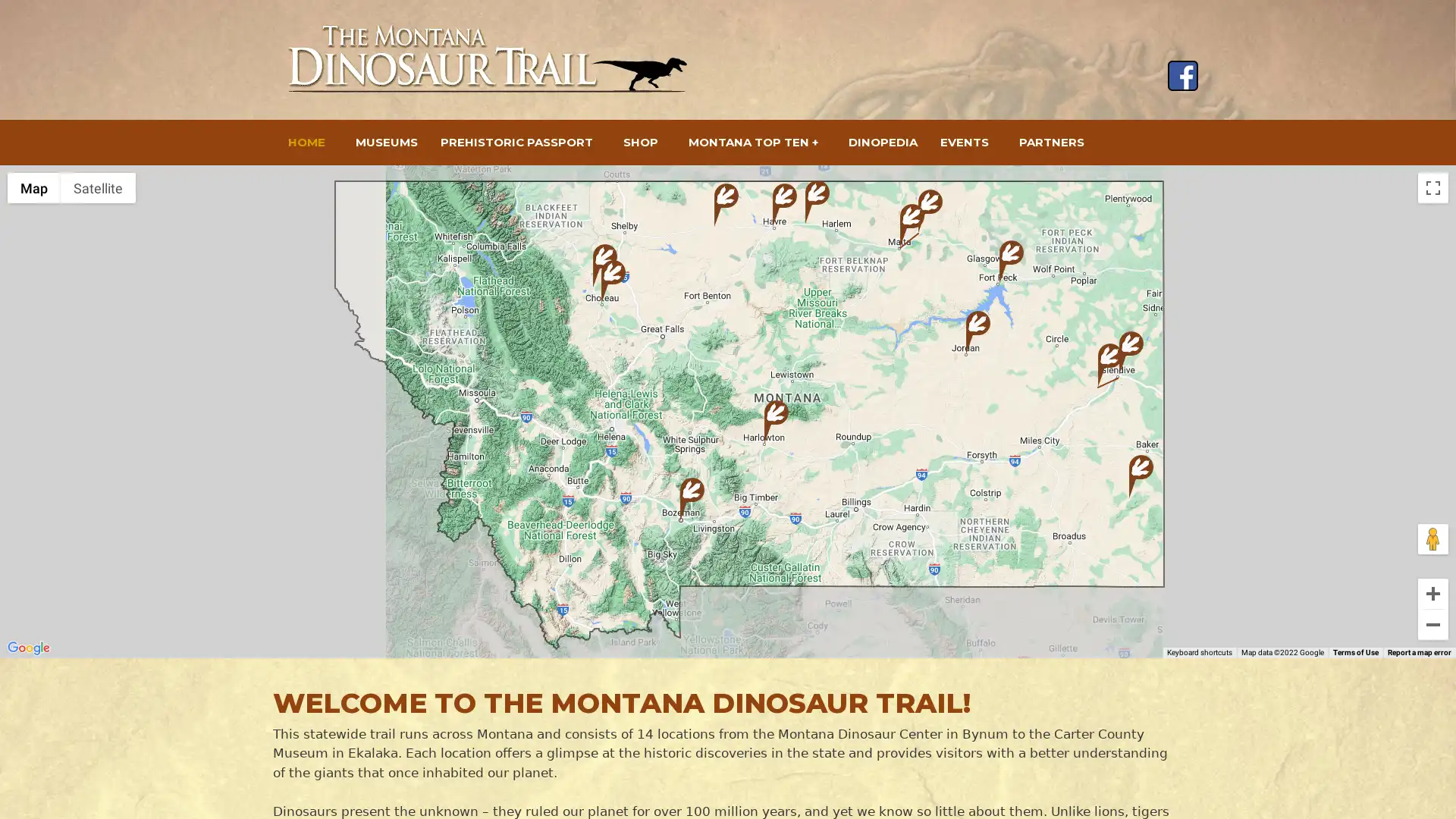  Describe the element at coordinates (978, 331) in the screenshot. I see `Garfield County Museum` at that location.